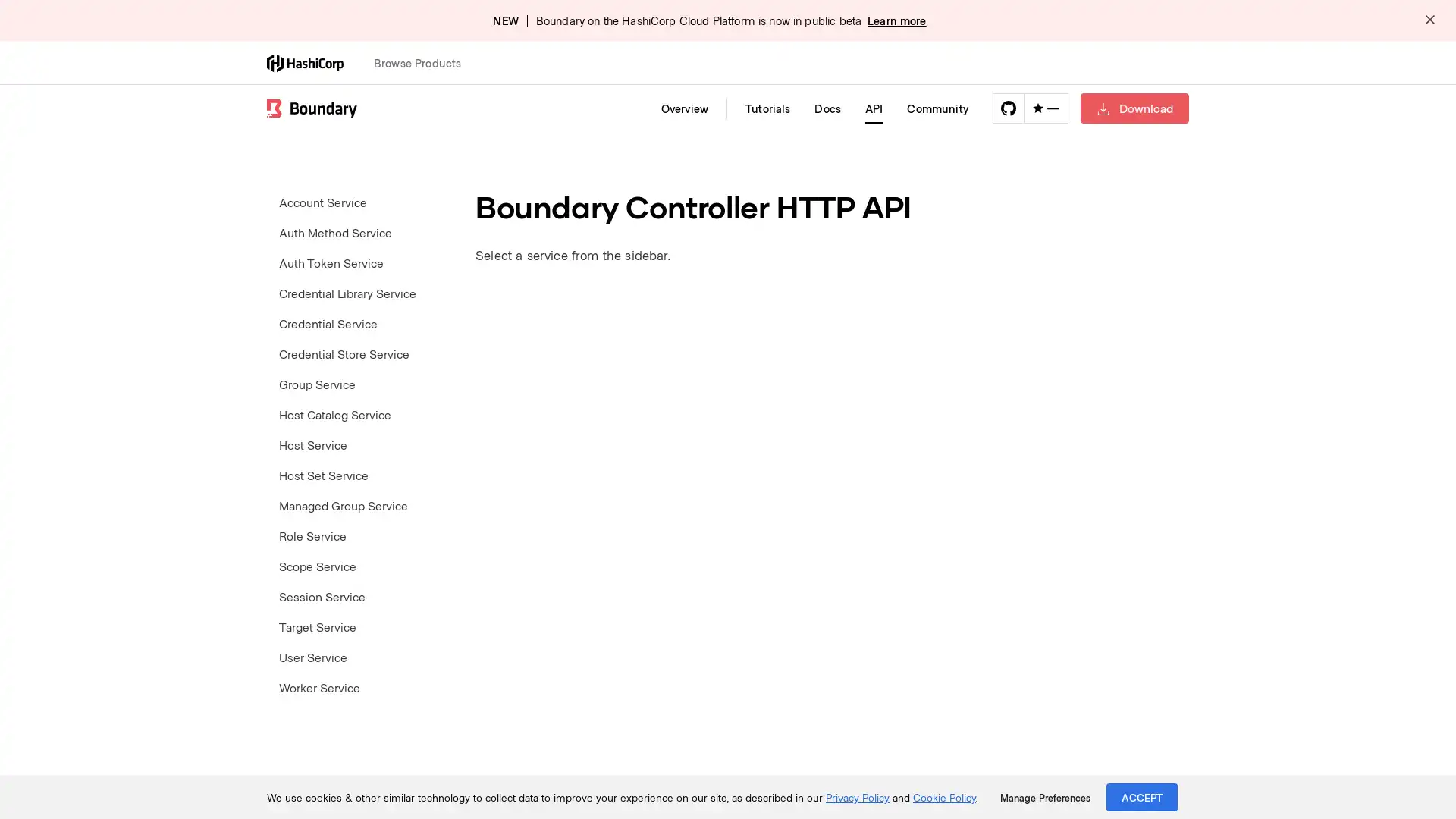 The image size is (1456, 819). I want to click on Manage Preferences, so click(1044, 797).